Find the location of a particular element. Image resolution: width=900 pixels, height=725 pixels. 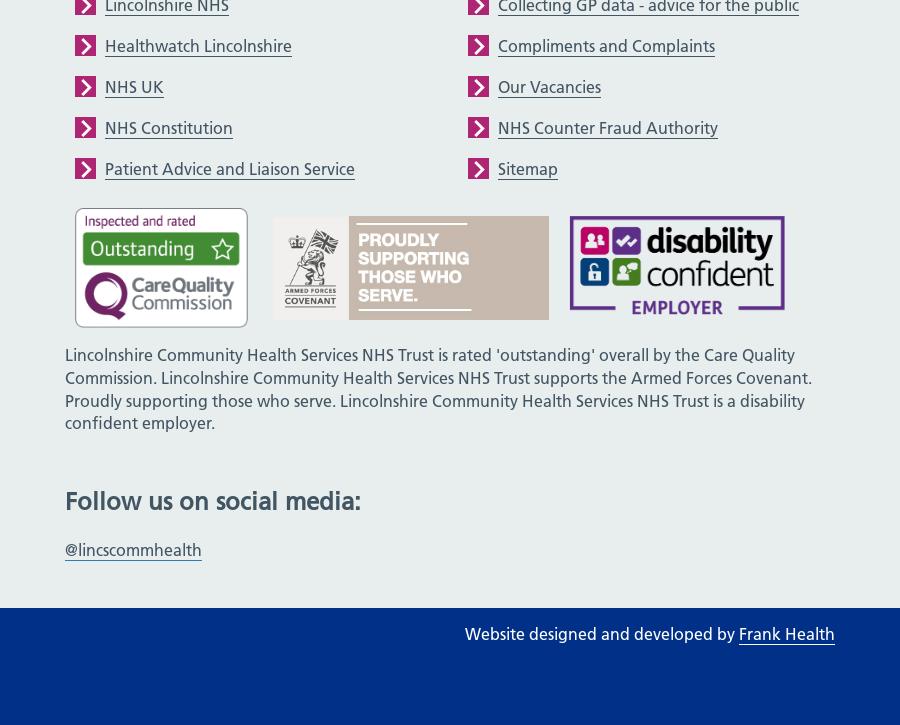

'Sitemap' is located at coordinates (527, 166).